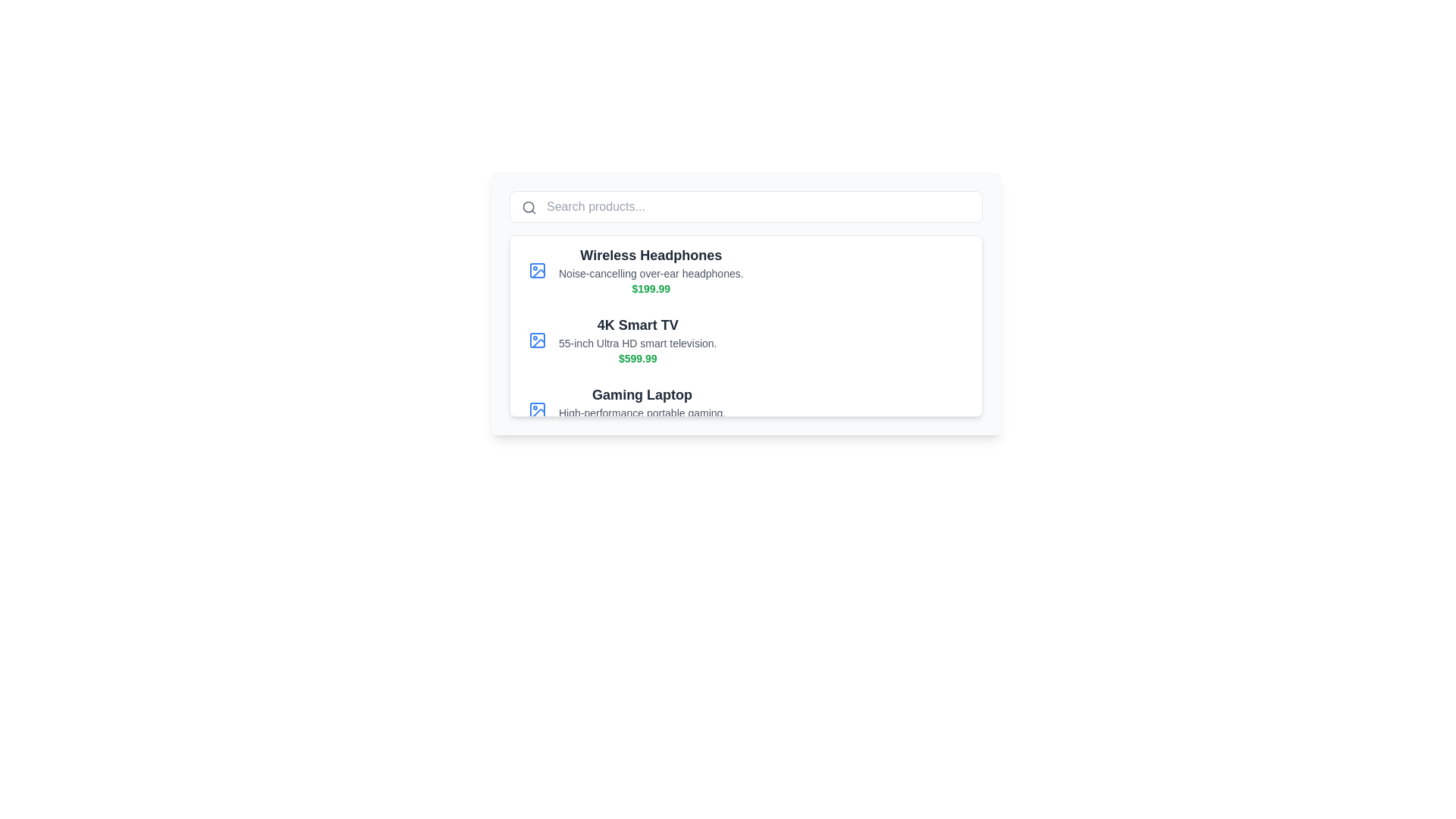 This screenshot has height=819, width=1456. I want to click on the text label that reads '55-inch Ultra HD smart television.' It is styled in gray and located below the main title '4K Smart TV' and above the price '$599.99', so click(638, 343).